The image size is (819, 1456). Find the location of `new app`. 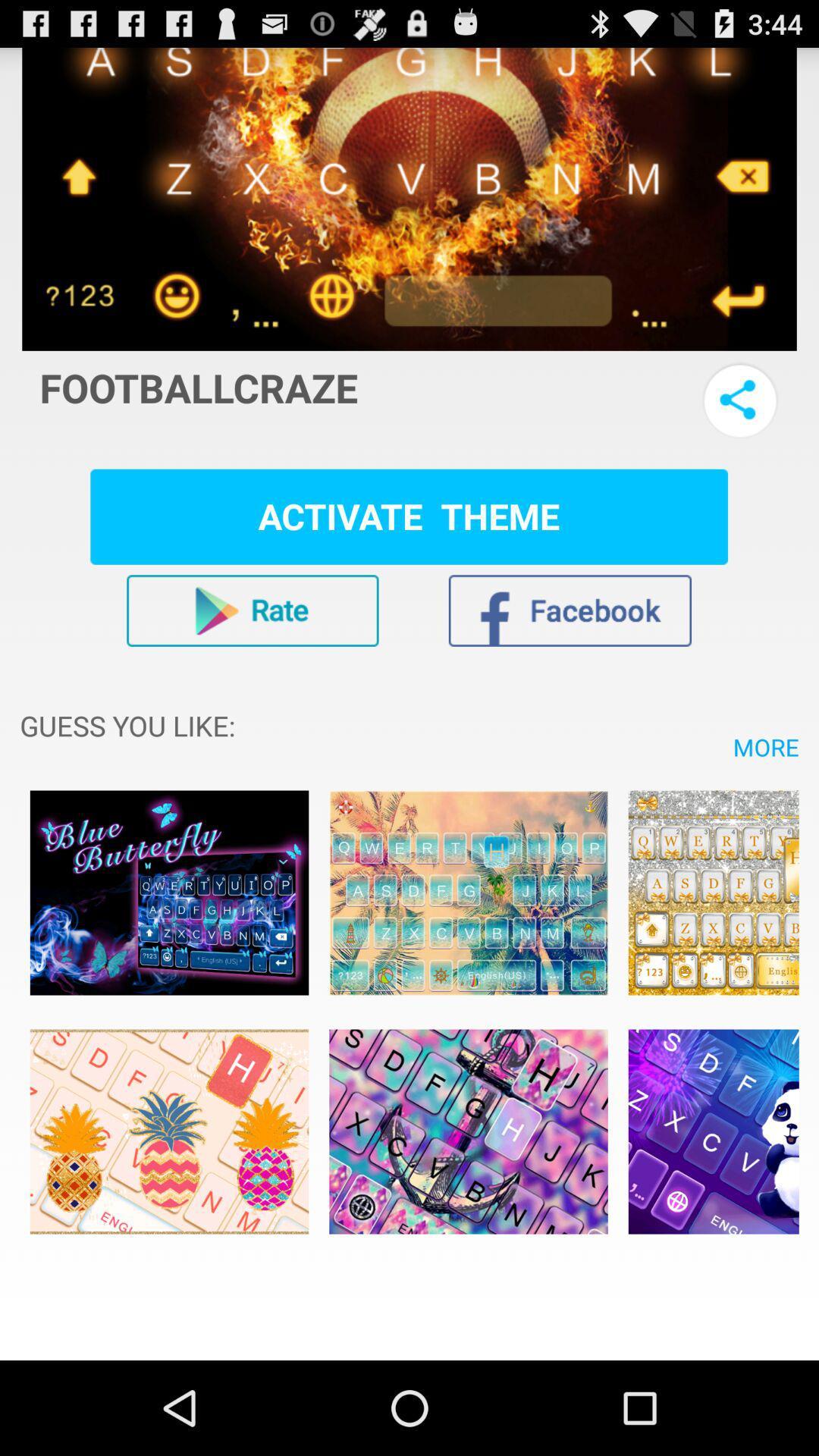

new app is located at coordinates (714, 893).